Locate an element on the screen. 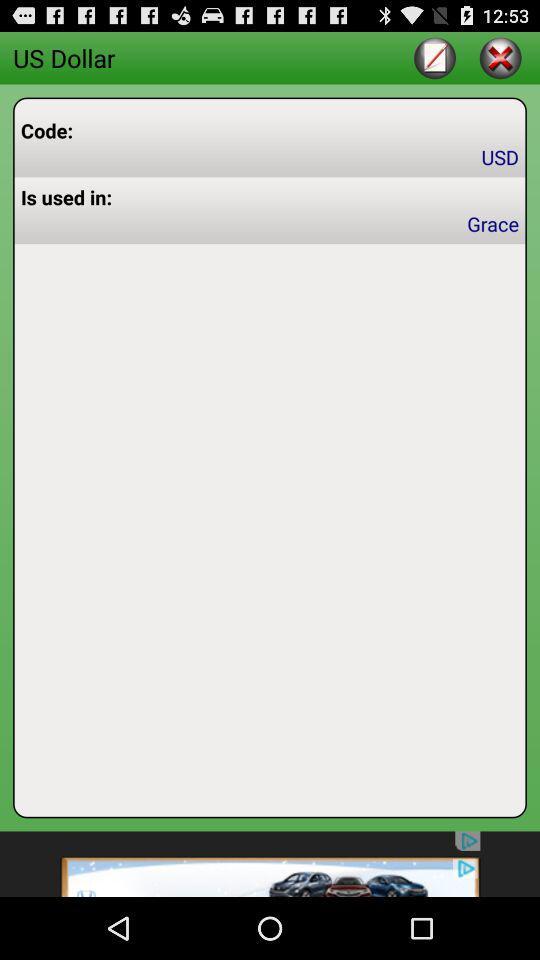 This screenshot has width=540, height=960. click on advertisement below is located at coordinates (270, 863).